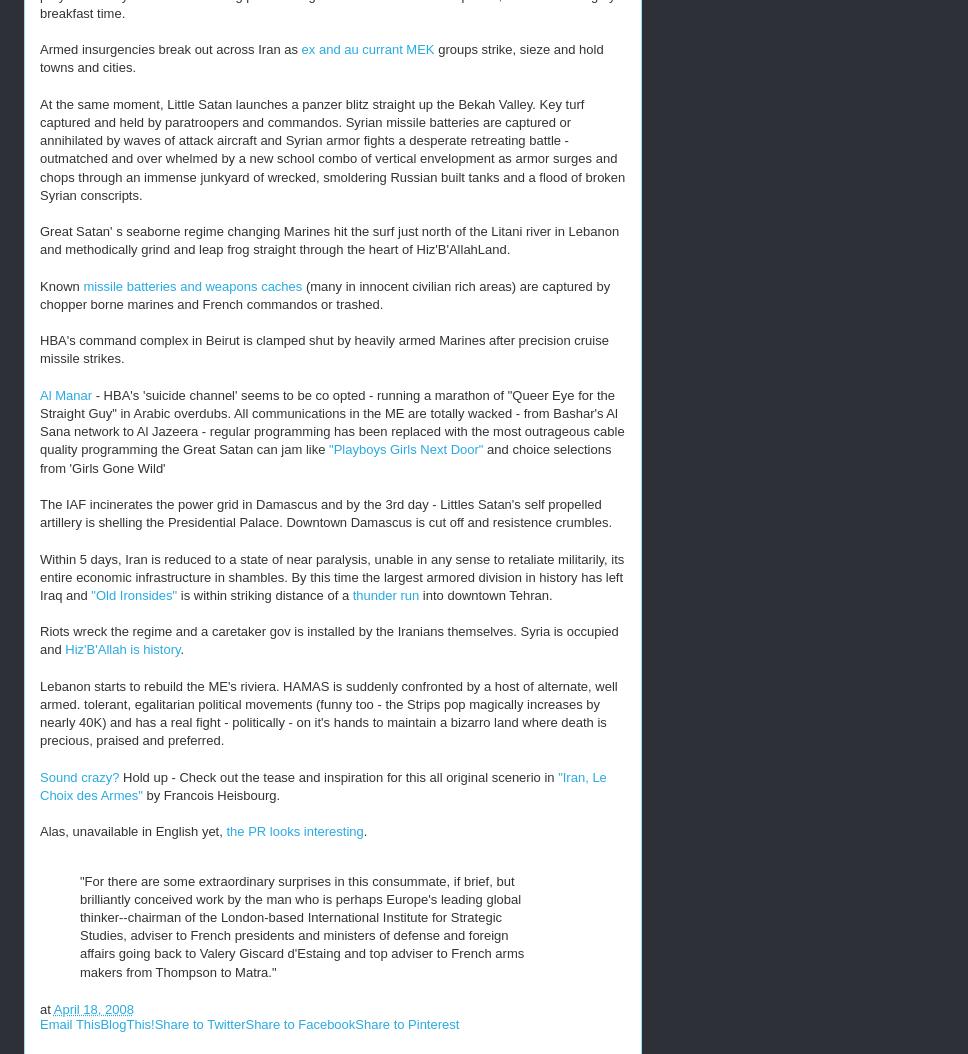  Describe the element at coordinates (39, 640) in the screenshot. I see `'Riots wreck the regime and a caretaker gov is installed by the Iranians themselves. Syria is occupied and'` at that location.